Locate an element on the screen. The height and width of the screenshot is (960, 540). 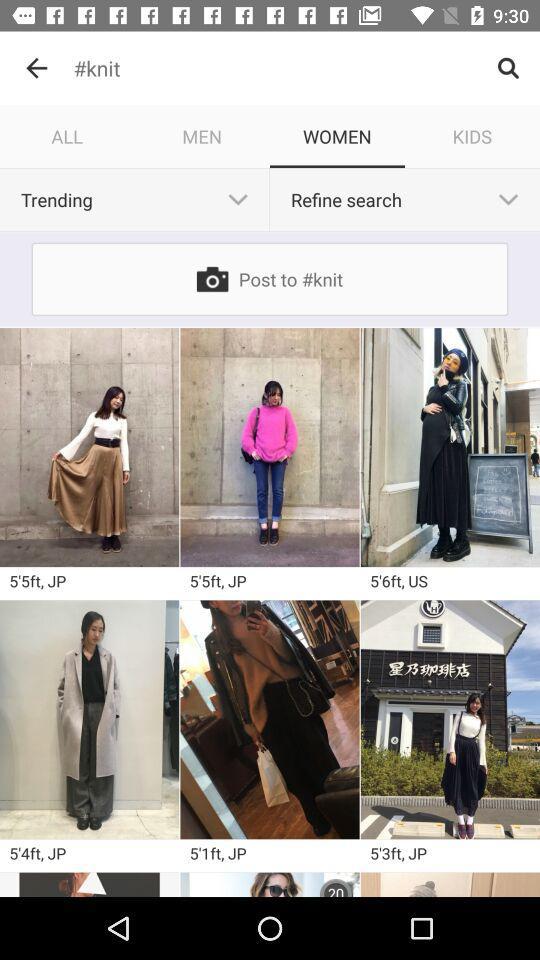
photo is located at coordinates (88, 883).